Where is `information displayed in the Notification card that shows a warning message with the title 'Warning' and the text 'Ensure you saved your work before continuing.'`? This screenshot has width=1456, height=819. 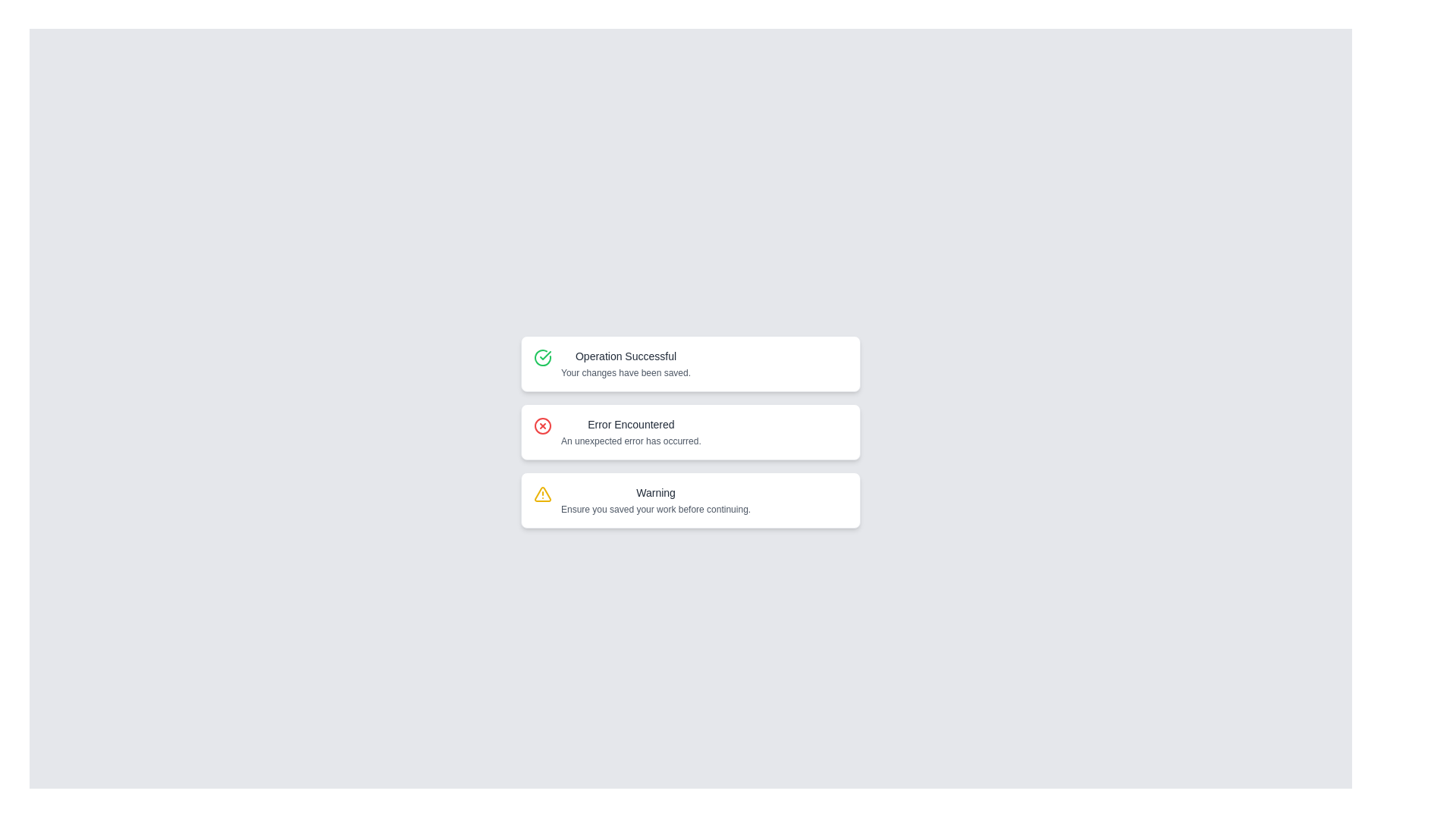 information displayed in the Notification card that shows a warning message with the title 'Warning' and the text 'Ensure you saved your work before continuing.' is located at coordinates (690, 500).